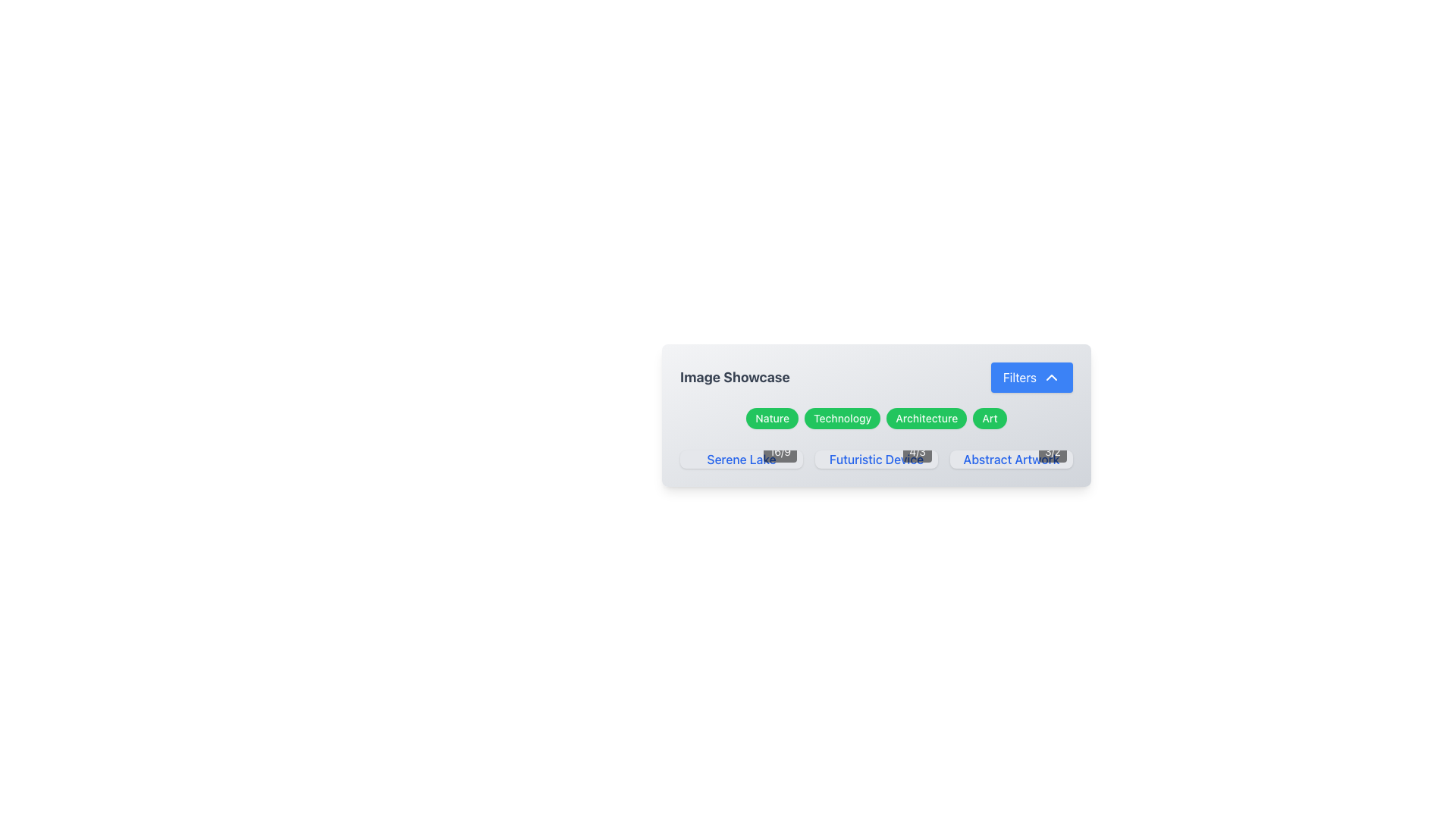 The width and height of the screenshot is (1456, 819). What do you see at coordinates (877, 418) in the screenshot?
I see `the Button Group containing category tags styled as buttons with green backgrounds and white text, located within the 'Image Showcase' section` at bounding box center [877, 418].